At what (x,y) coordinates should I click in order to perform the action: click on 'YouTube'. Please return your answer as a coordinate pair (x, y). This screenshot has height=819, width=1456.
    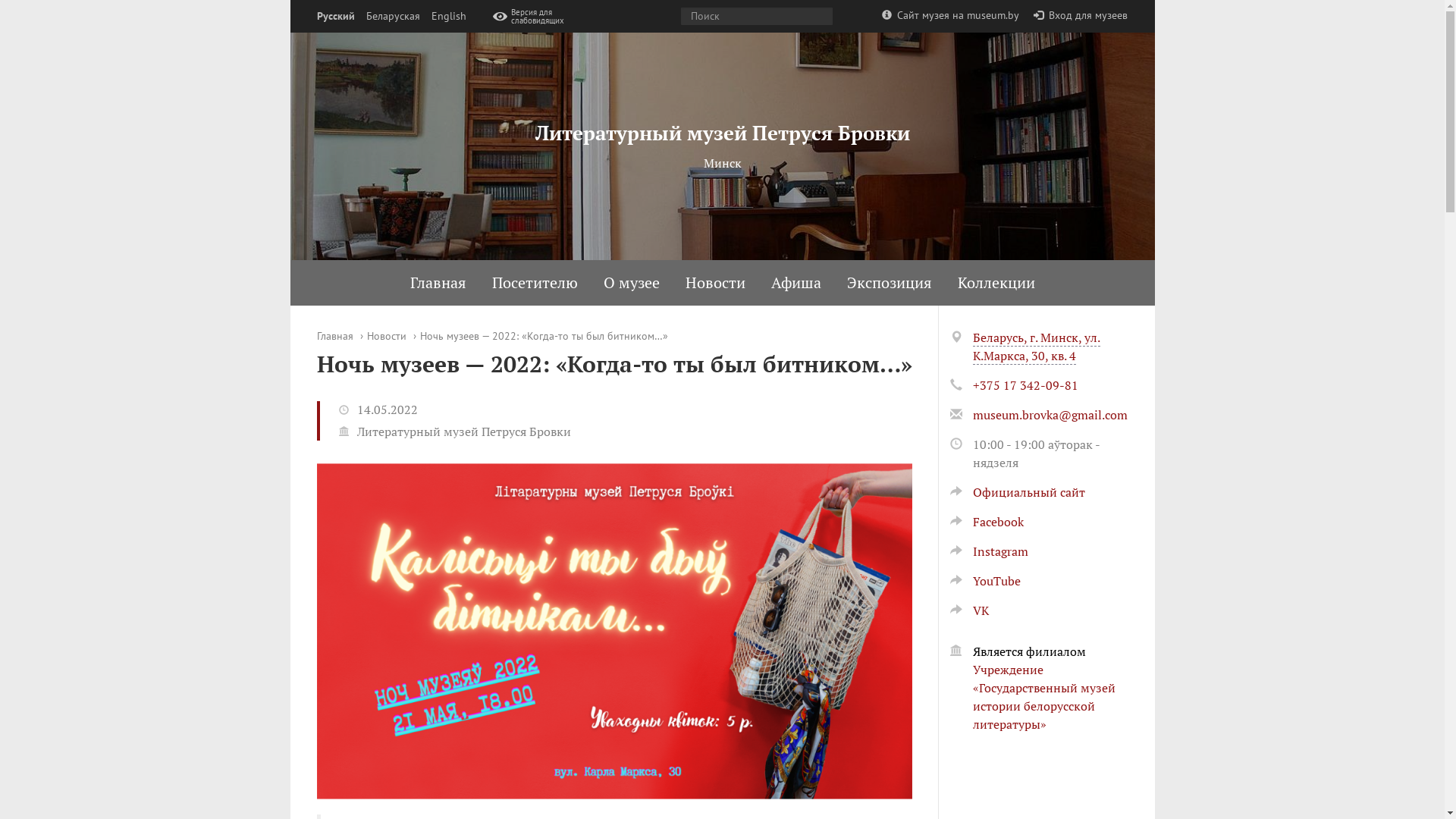
    Looking at the image, I should click on (984, 580).